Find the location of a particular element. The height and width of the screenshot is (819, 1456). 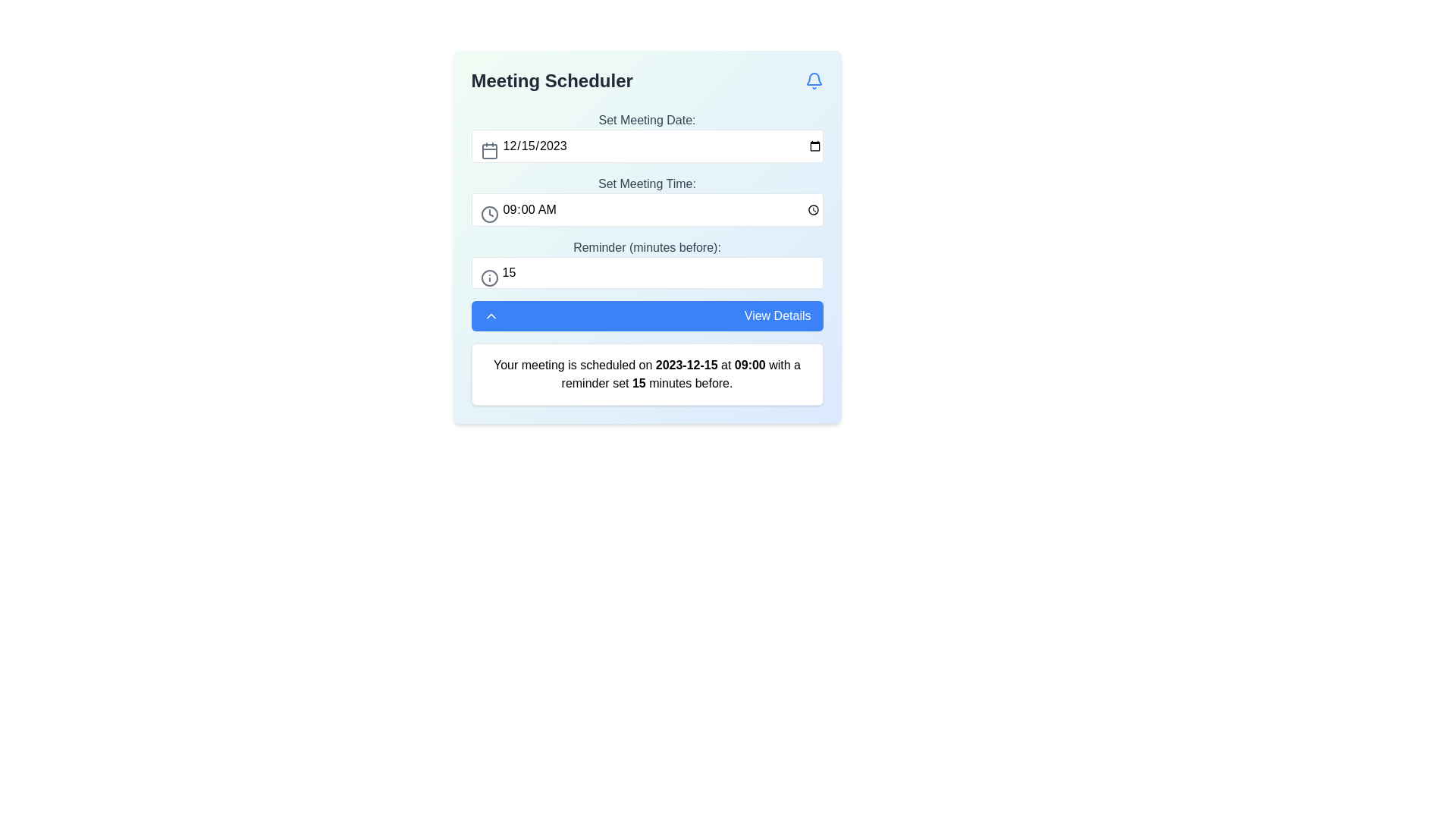

the inner rounded section of the calendar icon, which is part of the meeting scheduler interface, located to the left of the 'Set Meeting Date:' text field is located at coordinates (489, 152).